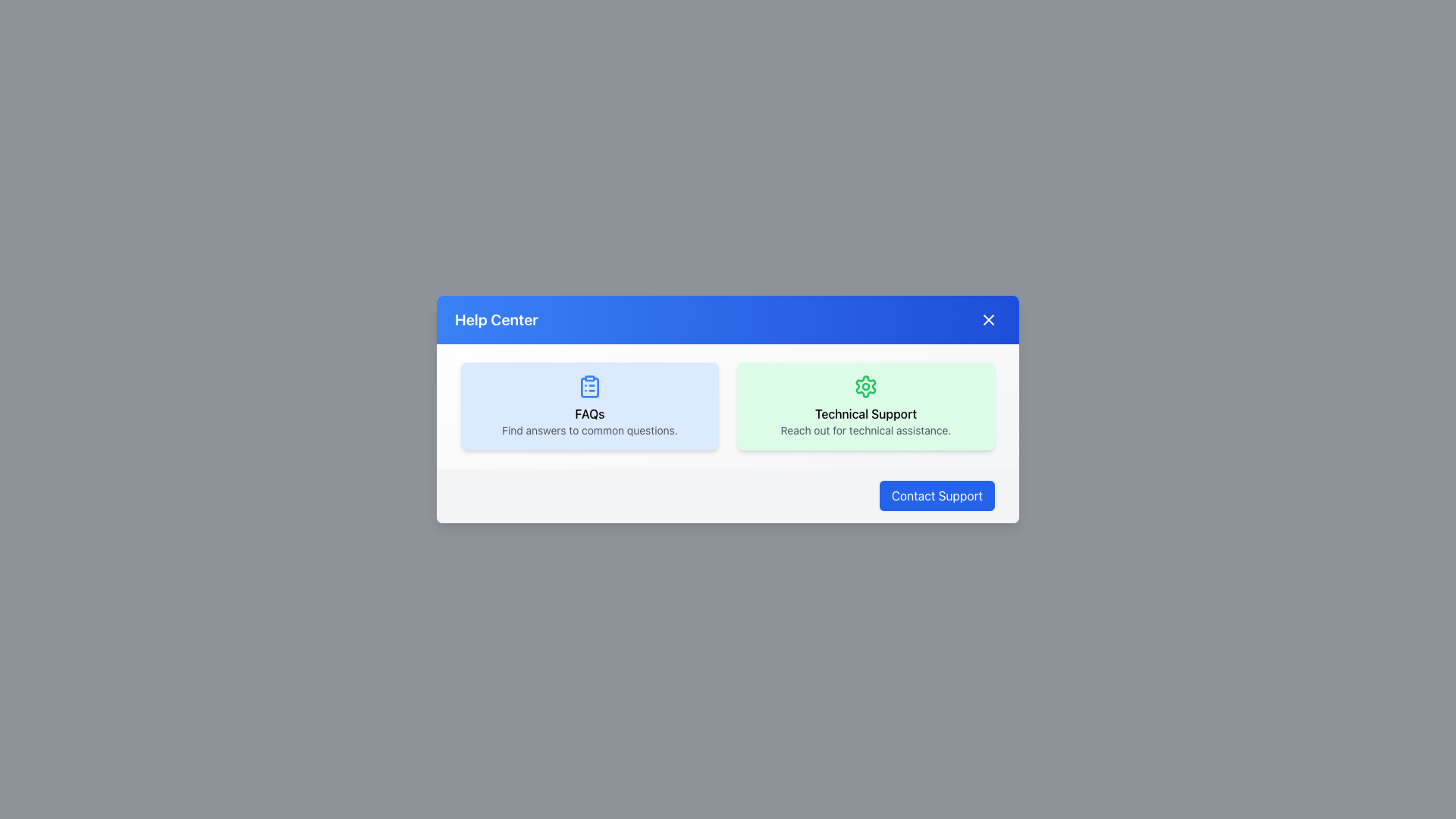 Image resolution: width=1456 pixels, height=819 pixels. Describe the element at coordinates (588, 430) in the screenshot. I see `the static text that reads 'Find answers to common questions.' located below the 'FAQs' title in the Help Center interface` at that location.